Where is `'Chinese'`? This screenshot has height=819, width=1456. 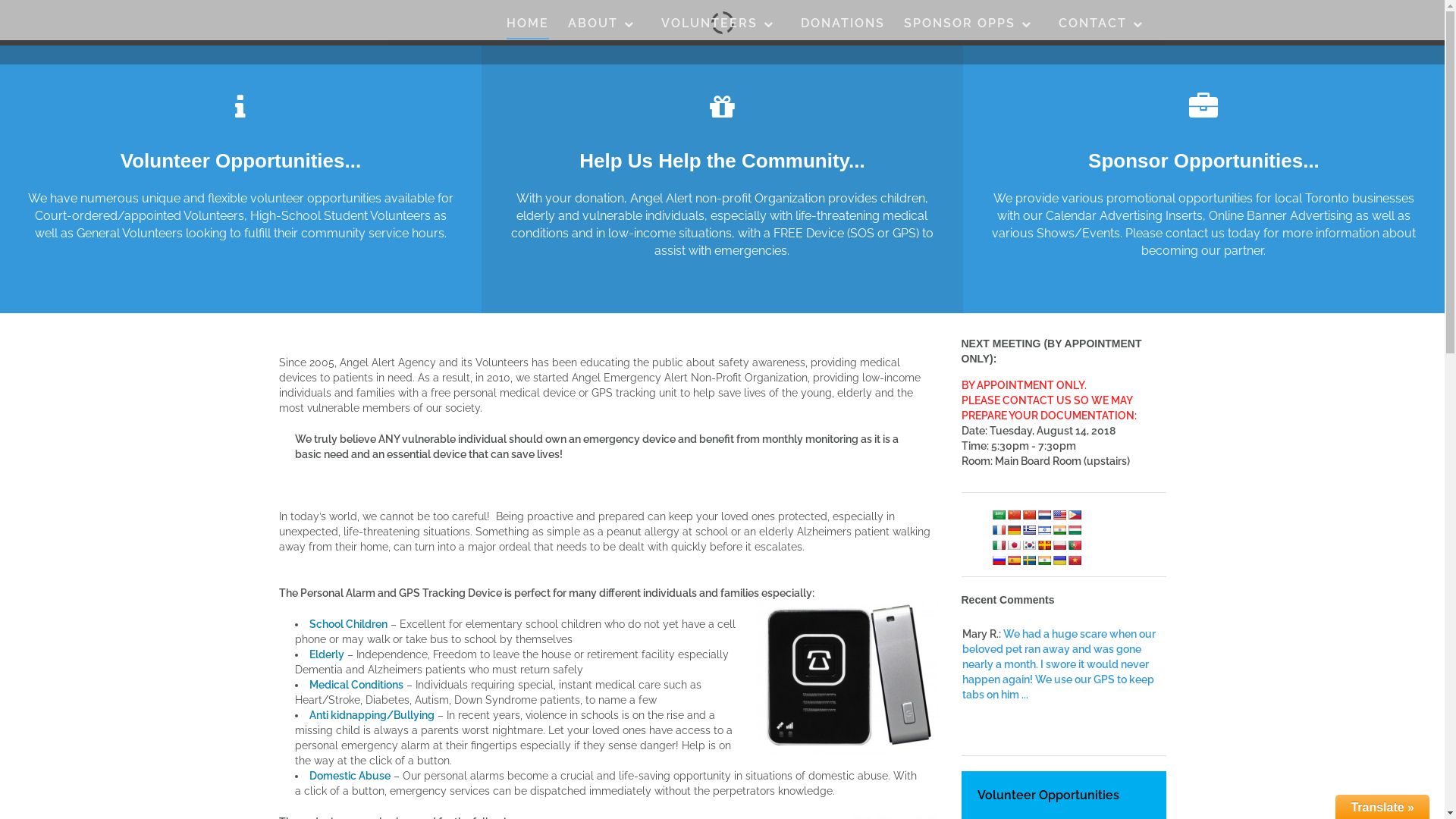 'Chinese' is located at coordinates (1014, 513).